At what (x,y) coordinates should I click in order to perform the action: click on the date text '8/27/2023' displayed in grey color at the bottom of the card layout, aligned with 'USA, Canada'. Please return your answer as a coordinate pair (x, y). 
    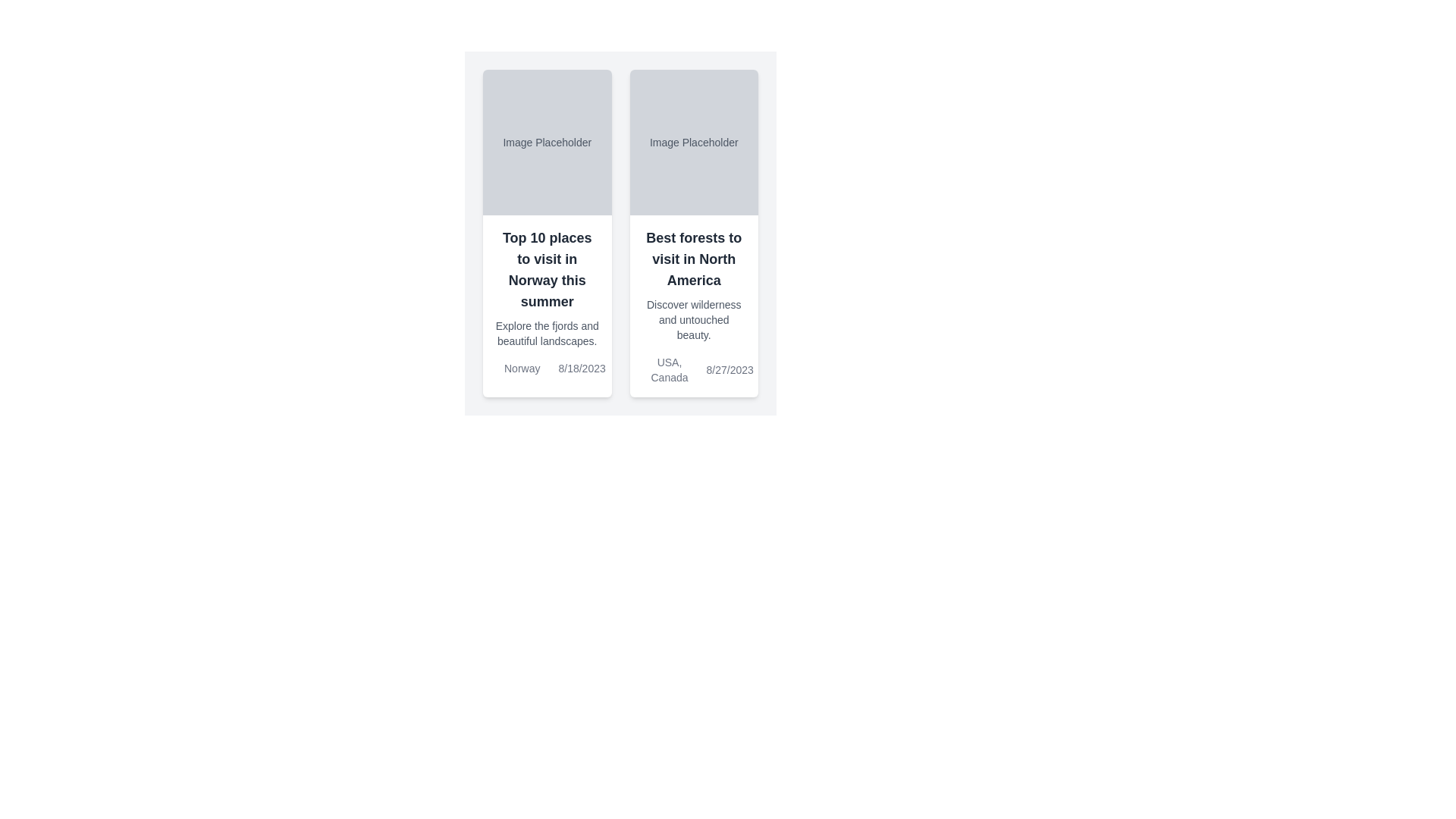
    Looking at the image, I should click on (730, 370).